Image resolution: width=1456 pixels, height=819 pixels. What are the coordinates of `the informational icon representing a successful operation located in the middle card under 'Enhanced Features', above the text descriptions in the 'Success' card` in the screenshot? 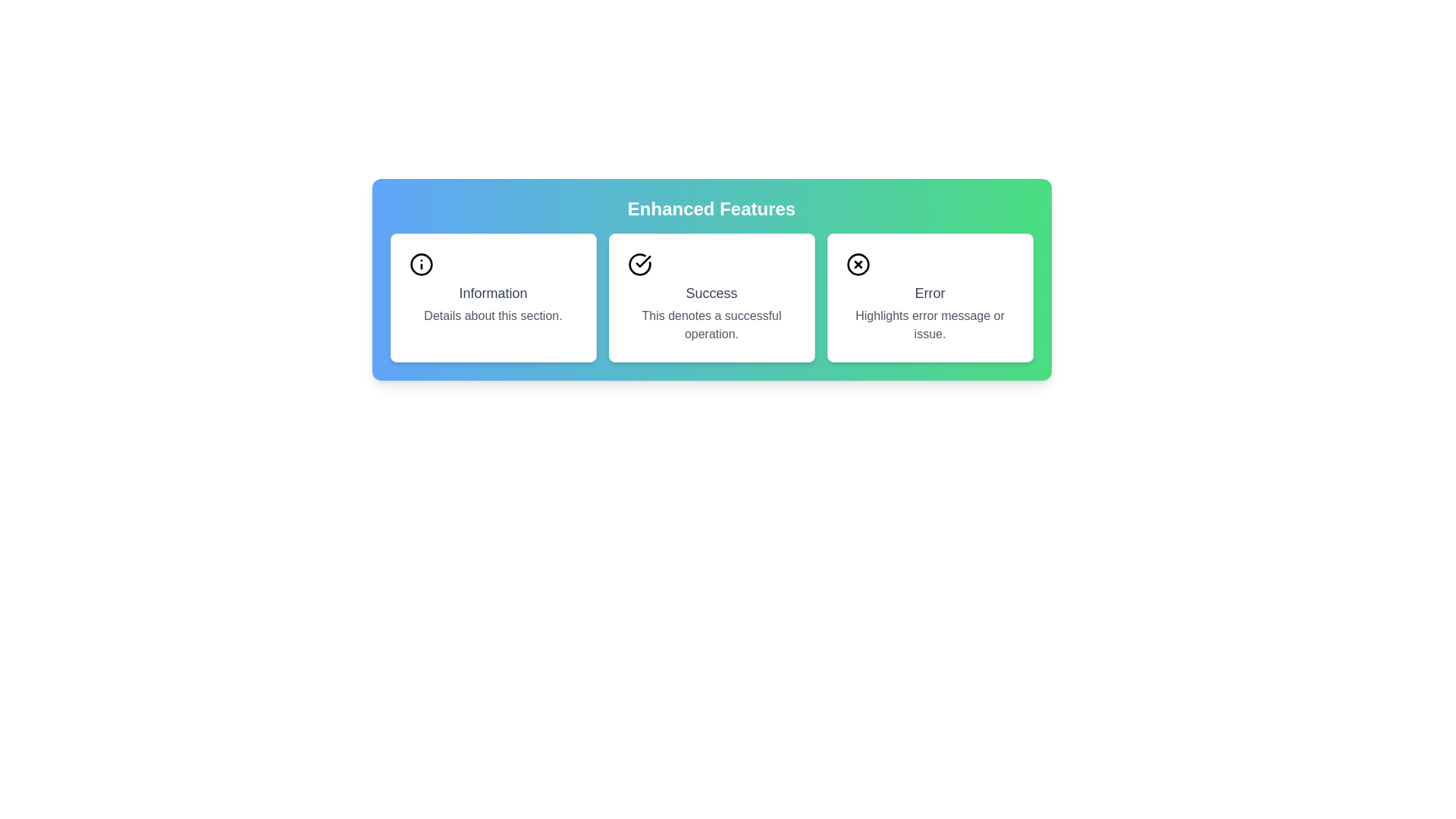 It's located at (639, 263).